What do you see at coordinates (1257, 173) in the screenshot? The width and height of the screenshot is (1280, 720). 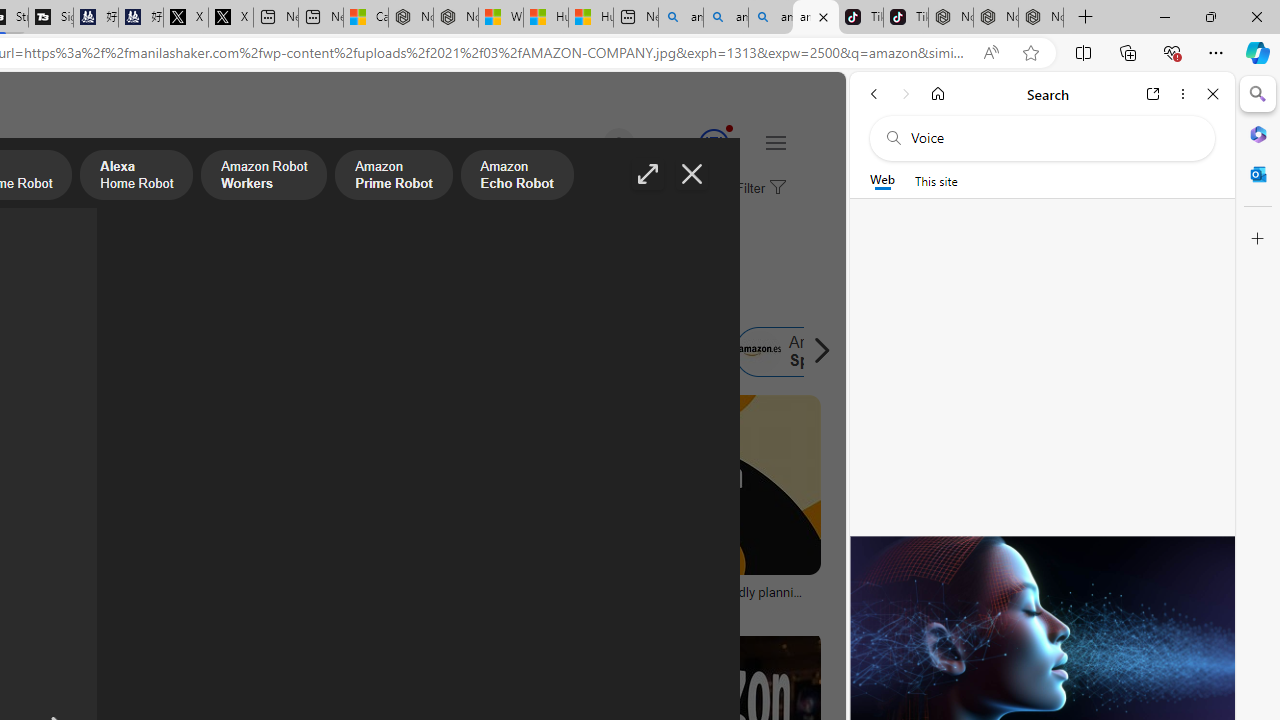 I see `'Outlook'` at bounding box center [1257, 173].